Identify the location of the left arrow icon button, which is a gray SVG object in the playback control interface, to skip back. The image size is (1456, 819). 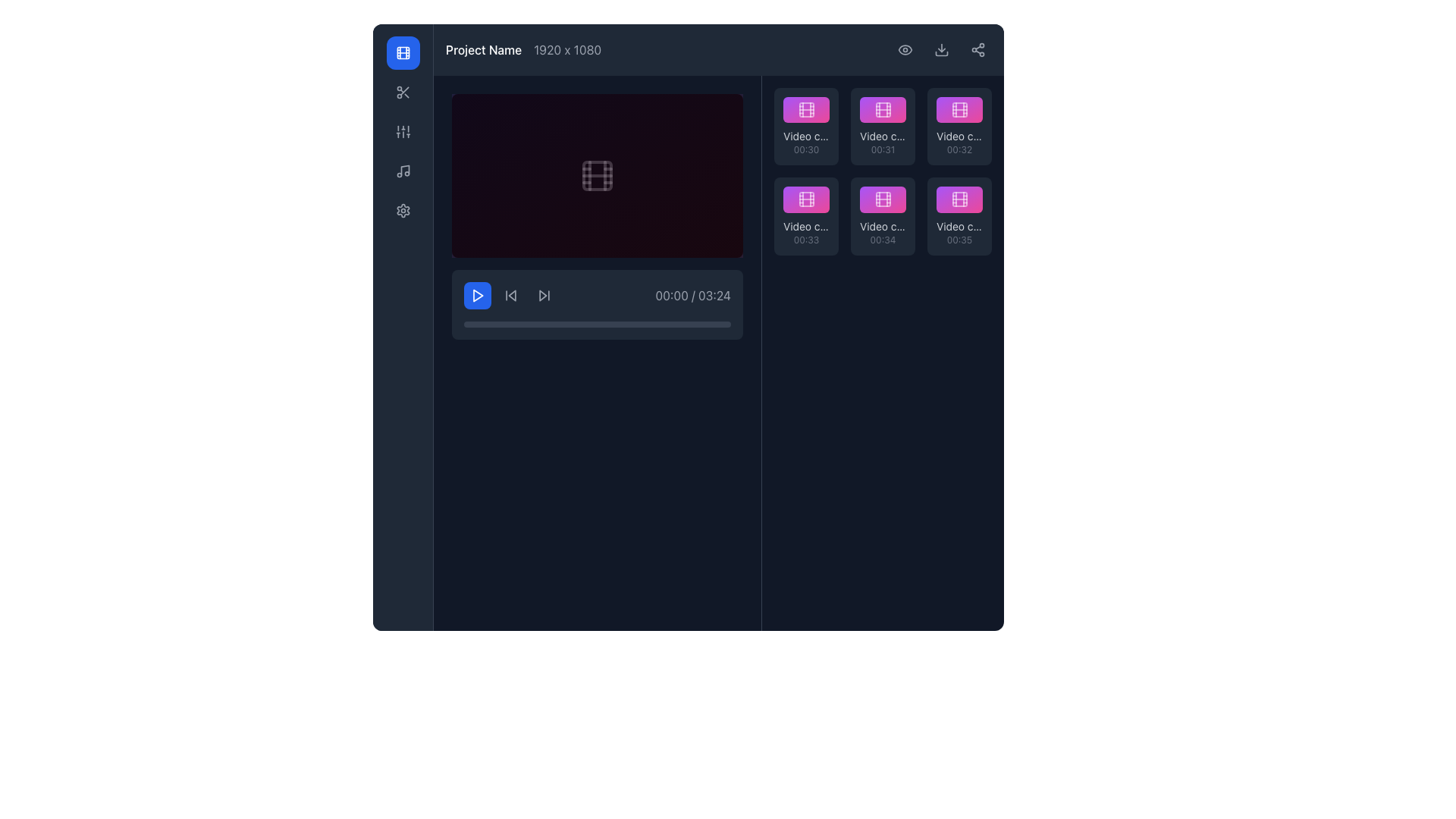
(510, 295).